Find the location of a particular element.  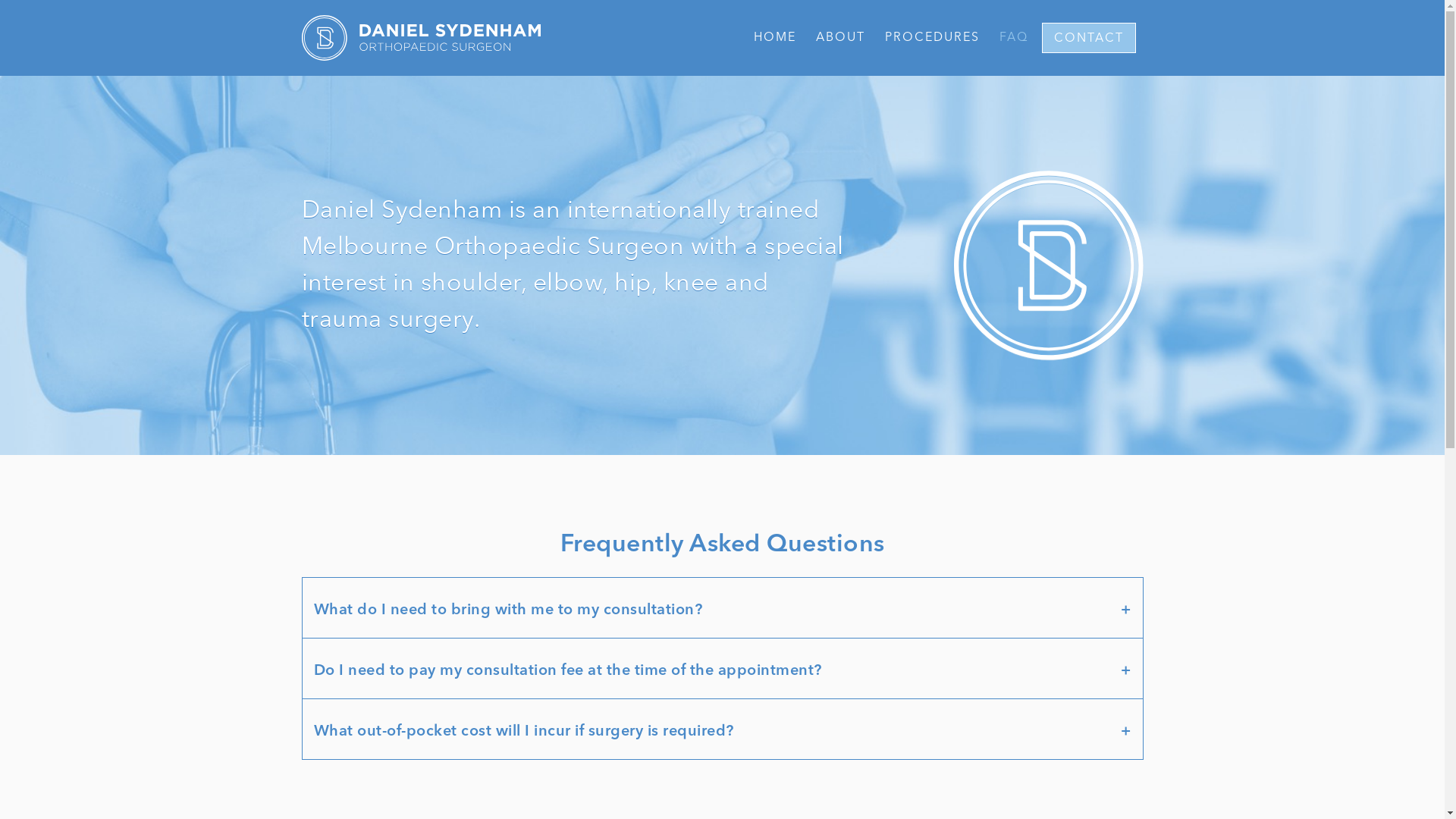

'FAQ' is located at coordinates (1014, 37).